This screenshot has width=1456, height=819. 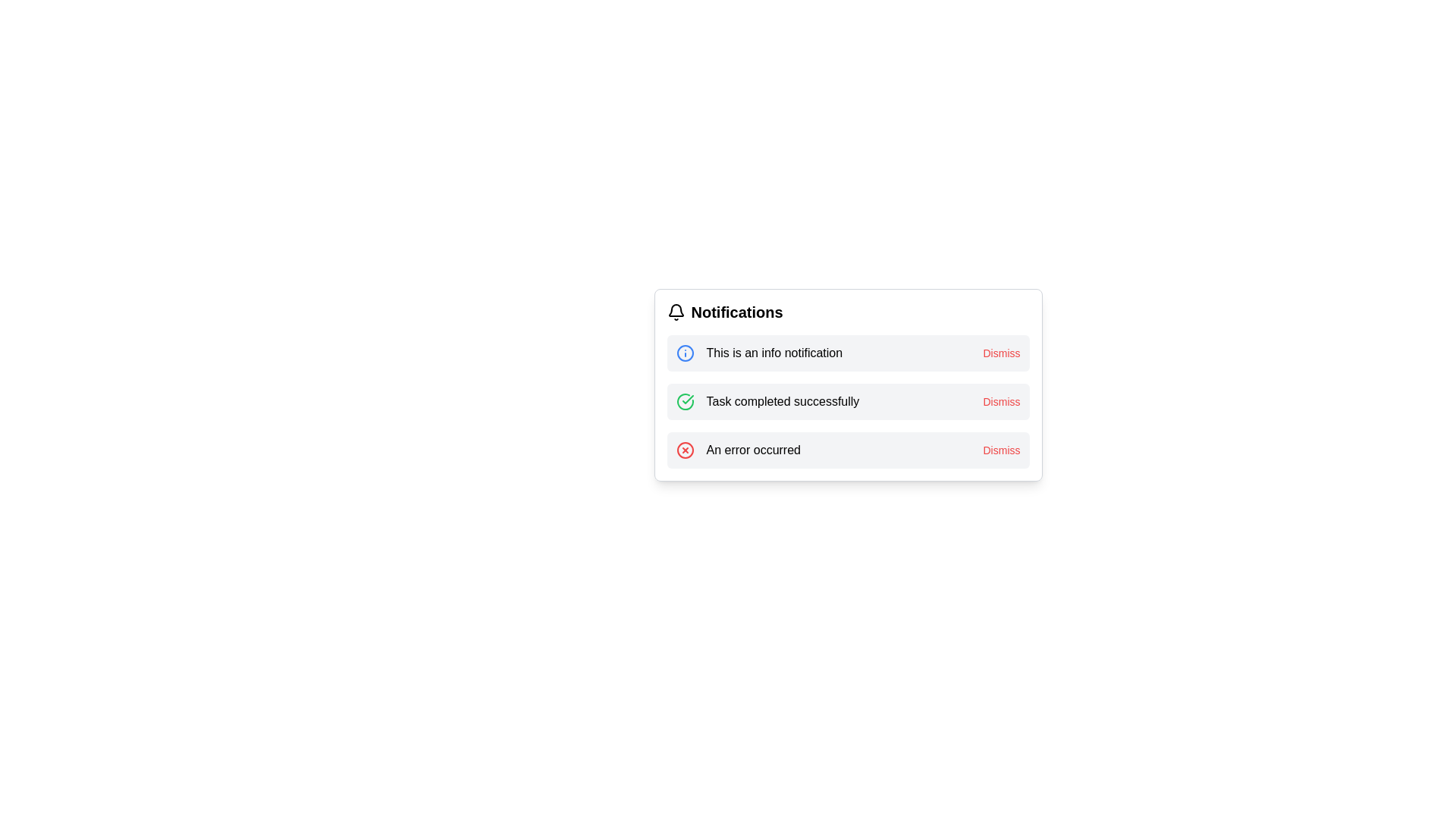 What do you see at coordinates (1001, 450) in the screenshot?
I see `the dismiss link styled as a text-based button located at the right side of the notification bar containing the text 'An error occurred'` at bounding box center [1001, 450].